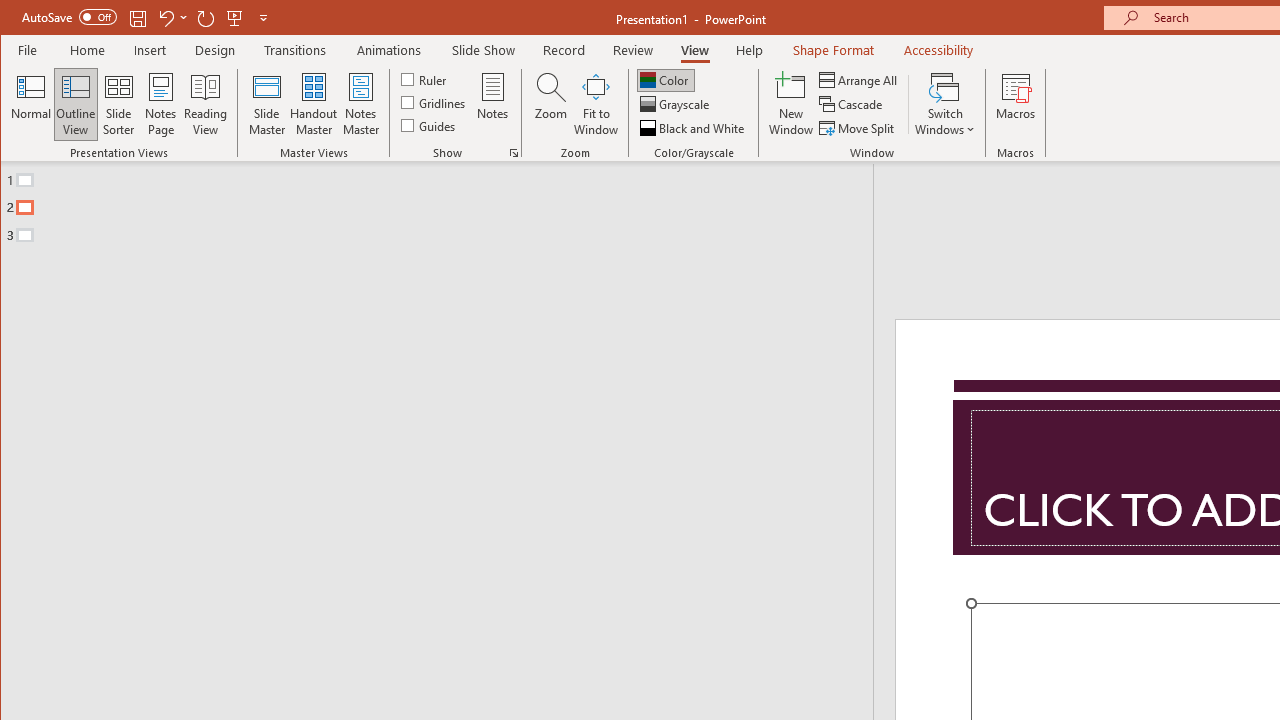 This screenshot has width=1280, height=720. Describe the element at coordinates (145, 18) in the screenshot. I see `'Quick Access Toolbar'` at that location.